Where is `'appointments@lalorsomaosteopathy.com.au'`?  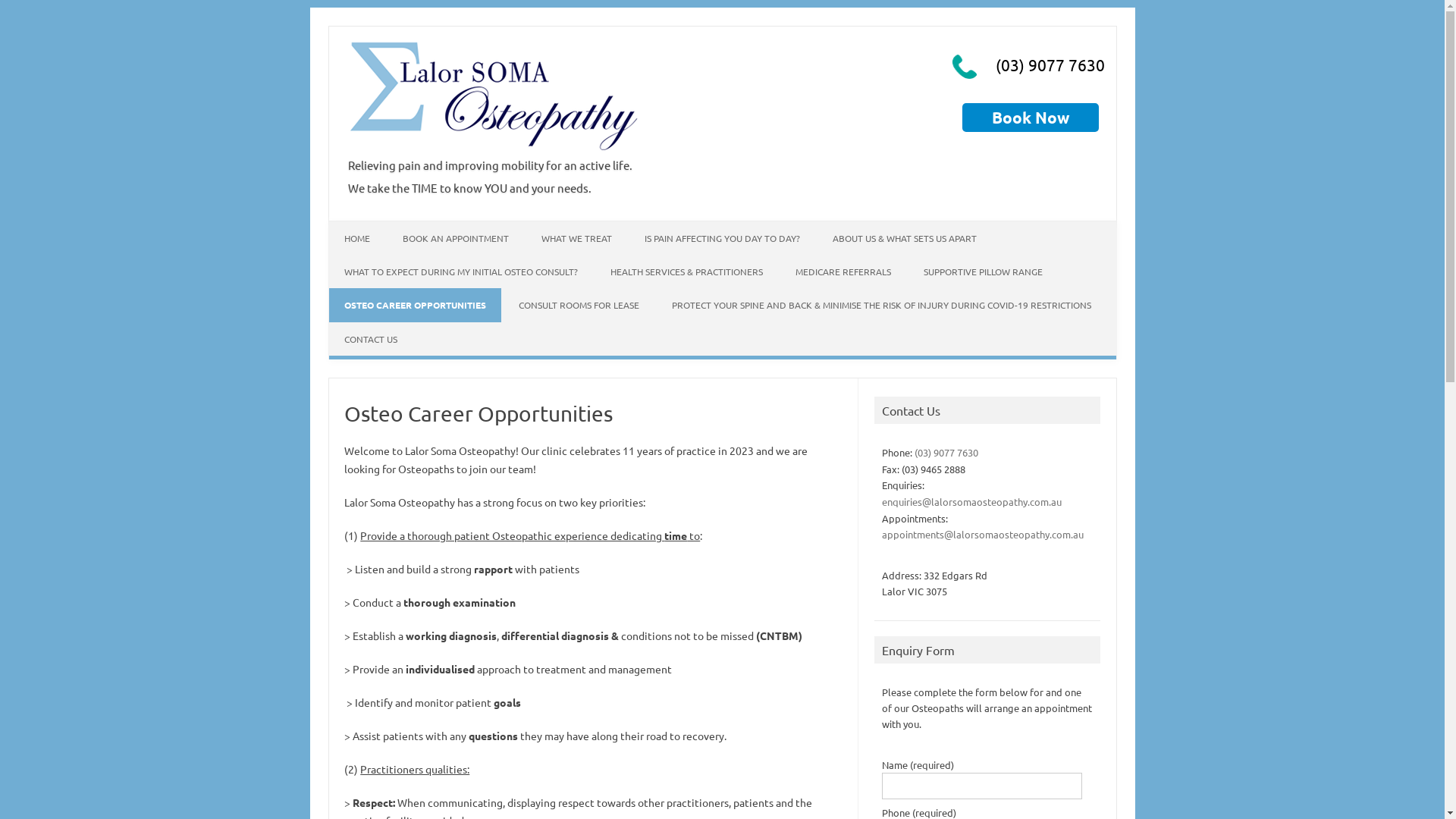 'appointments@lalorsomaosteopathy.com.au' is located at coordinates (983, 533).